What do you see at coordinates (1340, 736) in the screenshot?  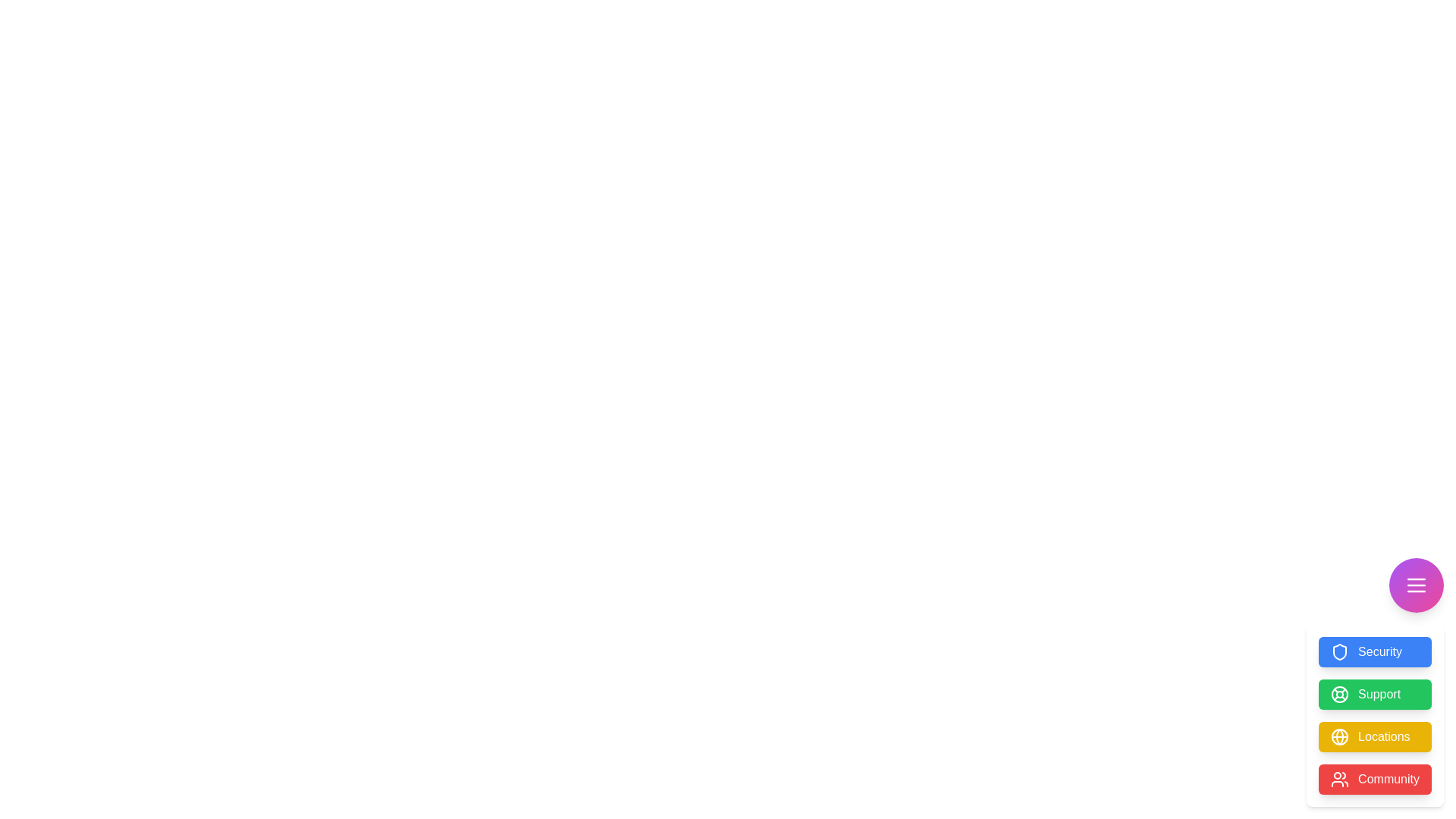 I see `the yellow globe icon located to the left of the 'Locations' text in the vertical menu at the bottom-right corner of the interface` at bounding box center [1340, 736].